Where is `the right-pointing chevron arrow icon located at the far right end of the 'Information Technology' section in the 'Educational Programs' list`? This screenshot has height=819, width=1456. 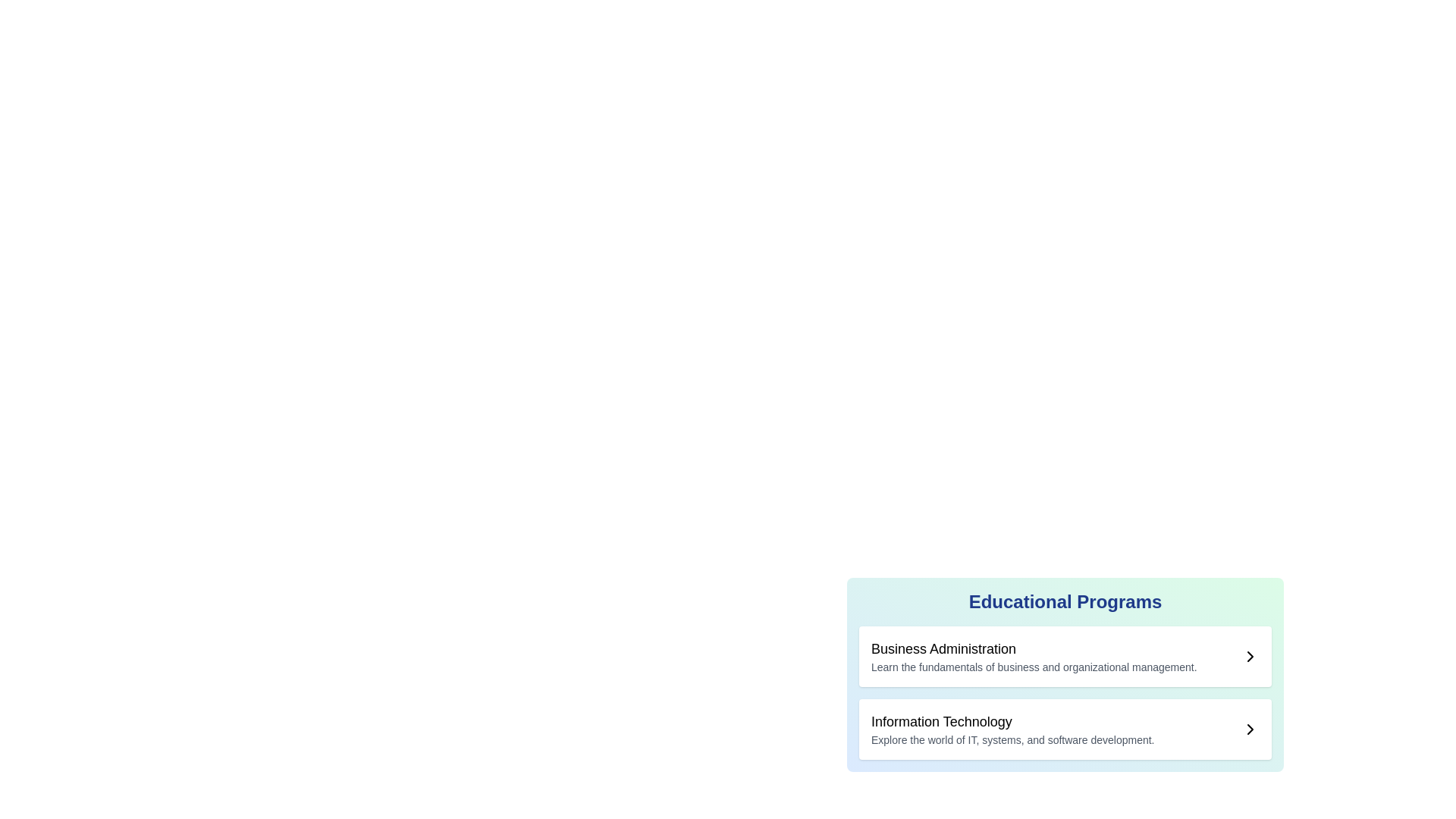 the right-pointing chevron arrow icon located at the far right end of the 'Information Technology' section in the 'Educational Programs' list is located at coordinates (1250, 728).